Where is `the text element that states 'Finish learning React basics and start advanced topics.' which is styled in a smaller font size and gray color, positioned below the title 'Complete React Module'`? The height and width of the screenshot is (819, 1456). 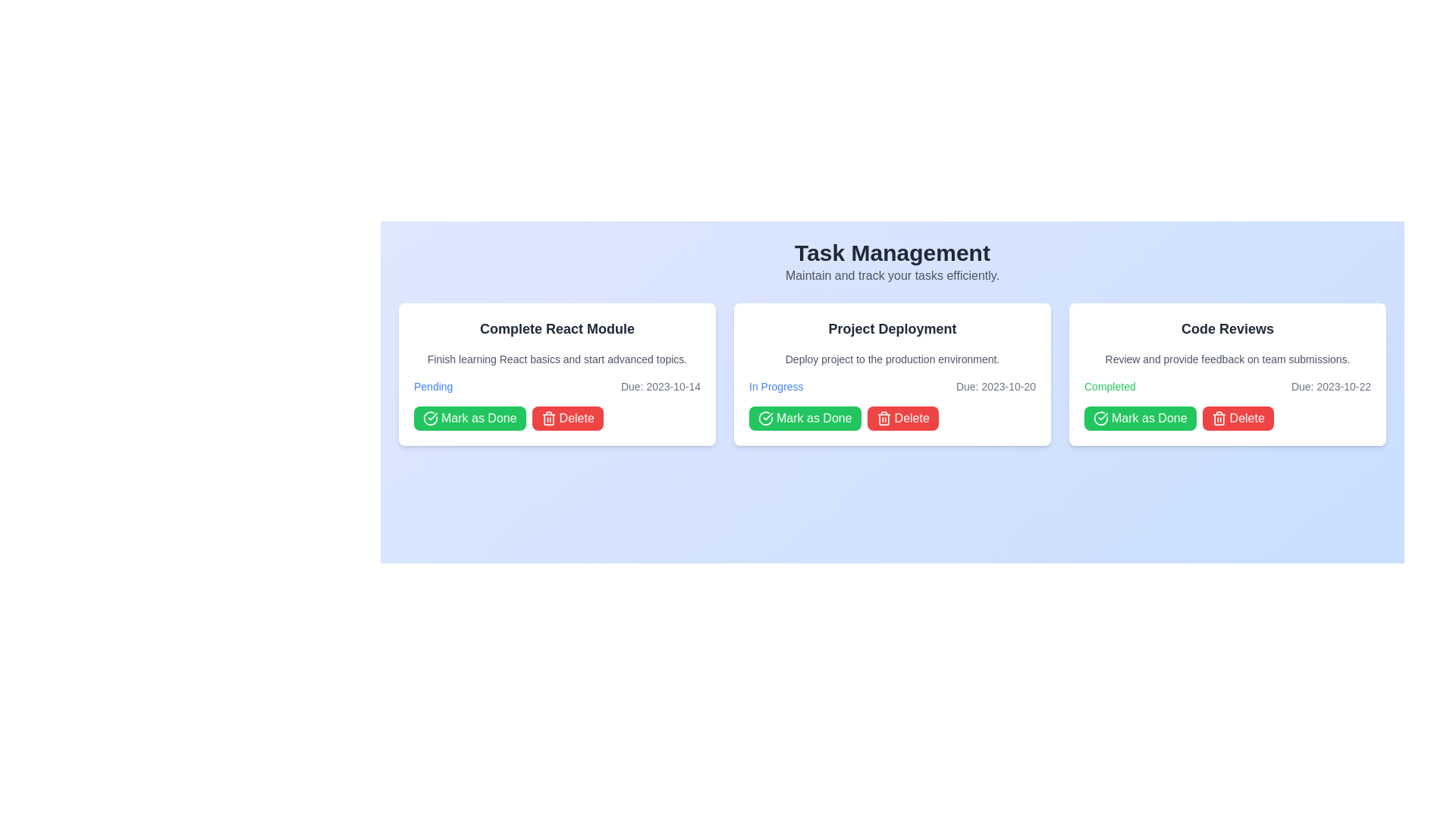
the text element that states 'Finish learning React basics and start advanced topics.' which is styled in a smaller font size and gray color, positioned below the title 'Complete React Module' is located at coordinates (556, 359).